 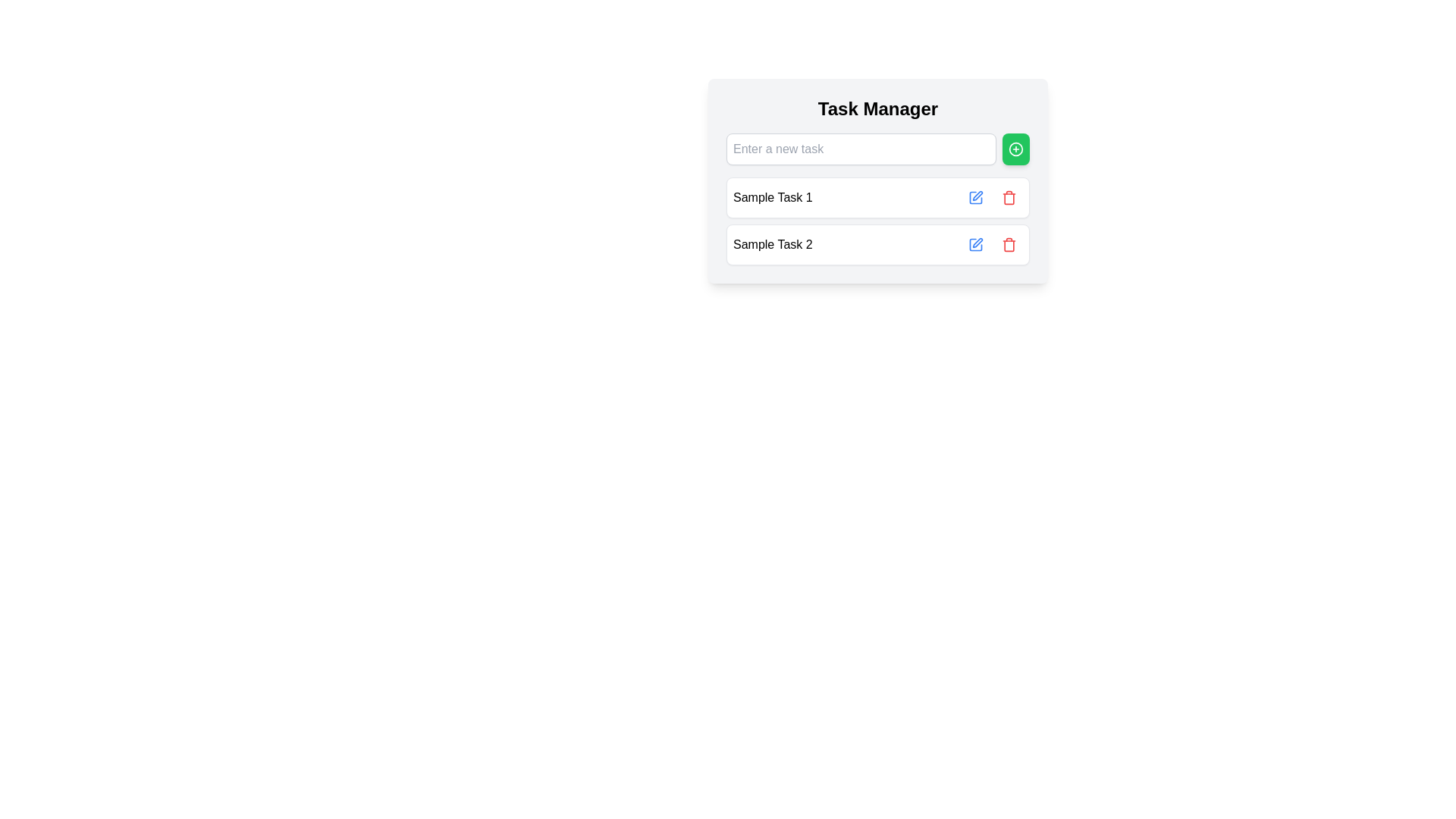 What do you see at coordinates (975, 244) in the screenshot?
I see `the blue pen icon button located to the left of the red trash bin icon in the task list for 'Sample Task 2'` at bounding box center [975, 244].